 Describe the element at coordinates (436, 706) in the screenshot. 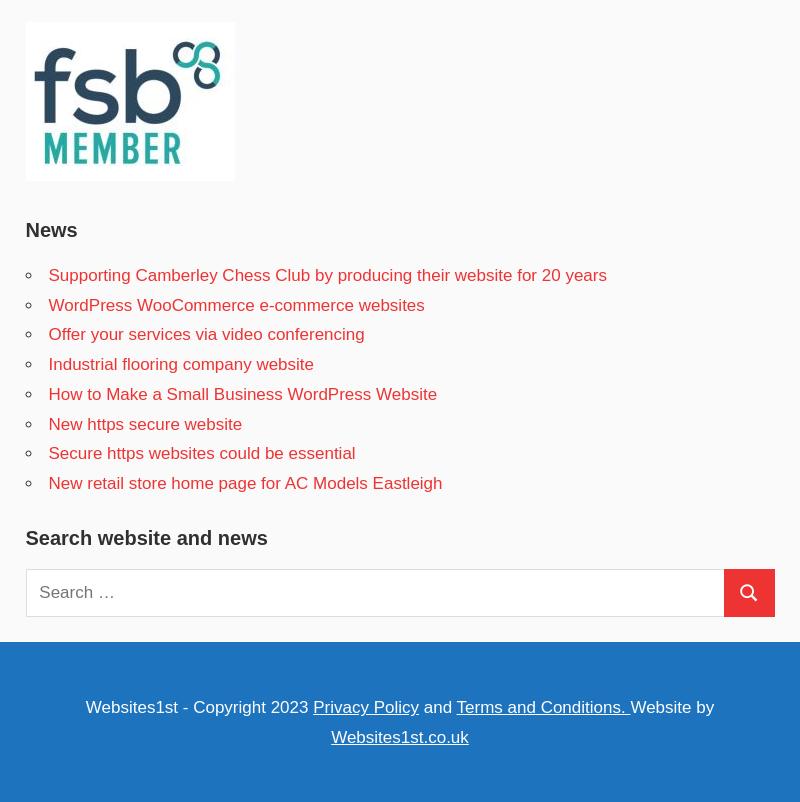

I see `'and'` at that location.